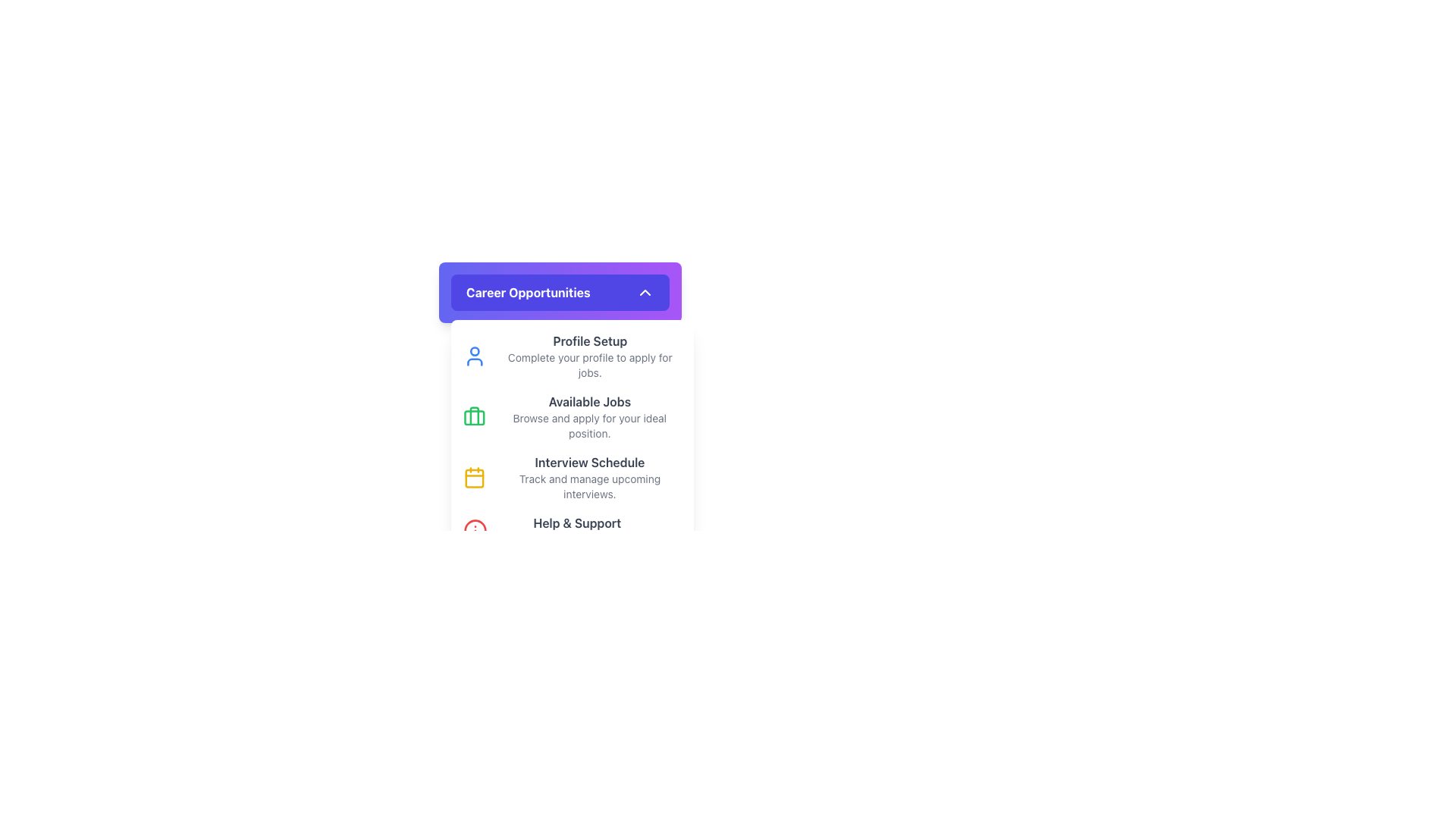 Image resolution: width=1456 pixels, height=819 pixels. Describe the element at coordinates (589, 366) in the screenshot. I see `the informational text that provides guidance for completing a user profile, located below 'Profile Setup' in the 'Career Opportunities' section` at that location.